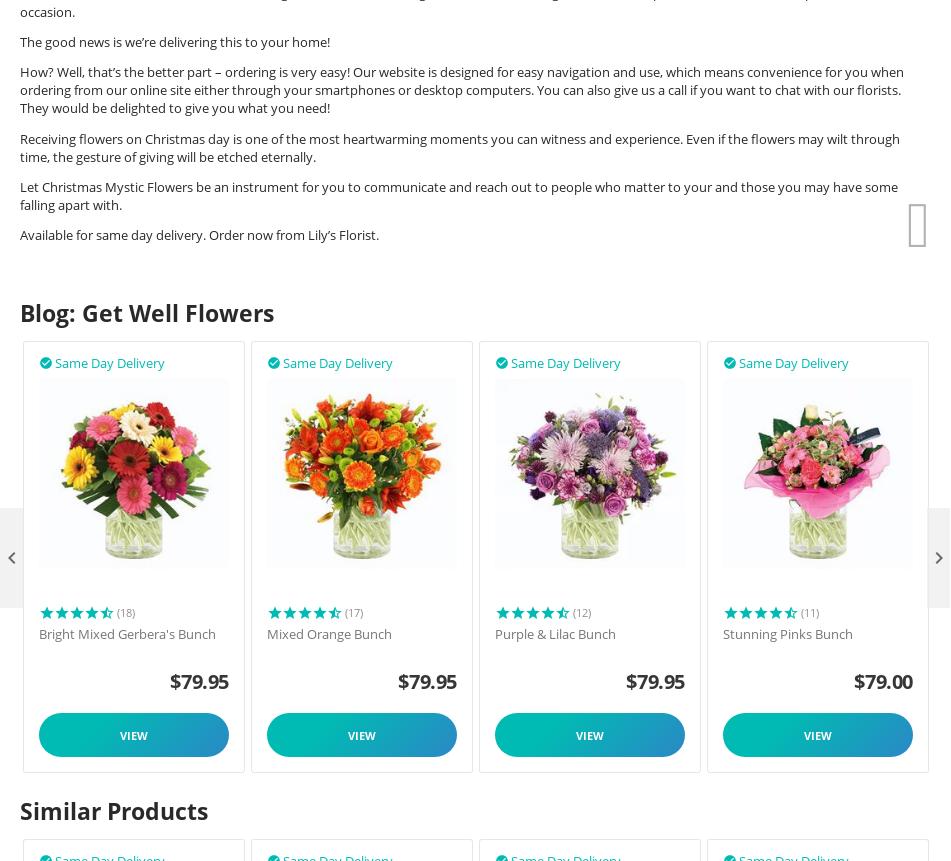 The height and width of the screenshot is (861, 951). What do you see at coordinates (786, 634) in the screenshot?
I see `'Stunning Pinks Bunch'` at bounding box center [786, 634].